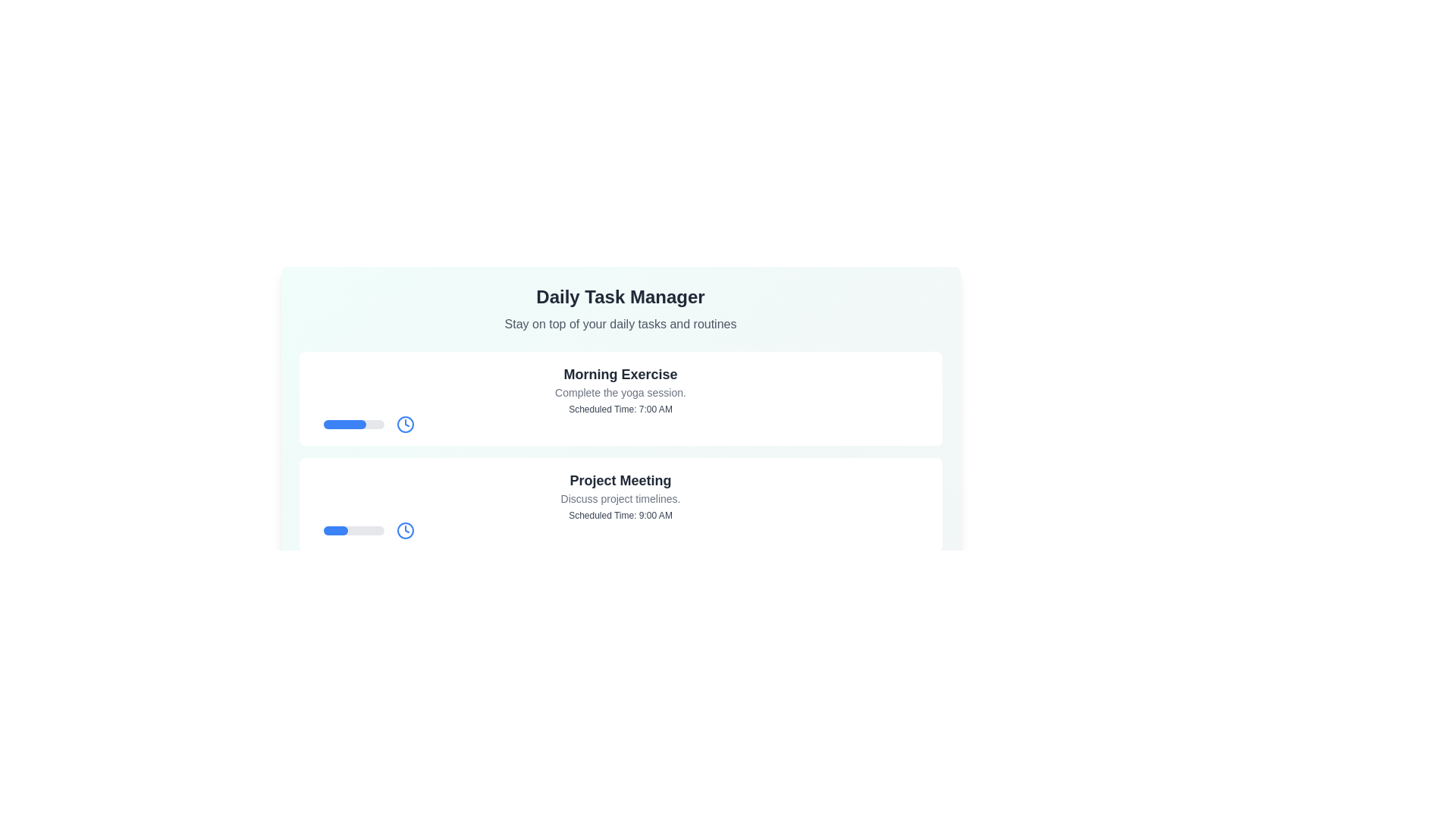 This screenshot has width=1456, height=819. I want to click on information displayed in the Informational display block, which shows details about a scheduled task including the task name, description, and associated time, so click(620, 601).